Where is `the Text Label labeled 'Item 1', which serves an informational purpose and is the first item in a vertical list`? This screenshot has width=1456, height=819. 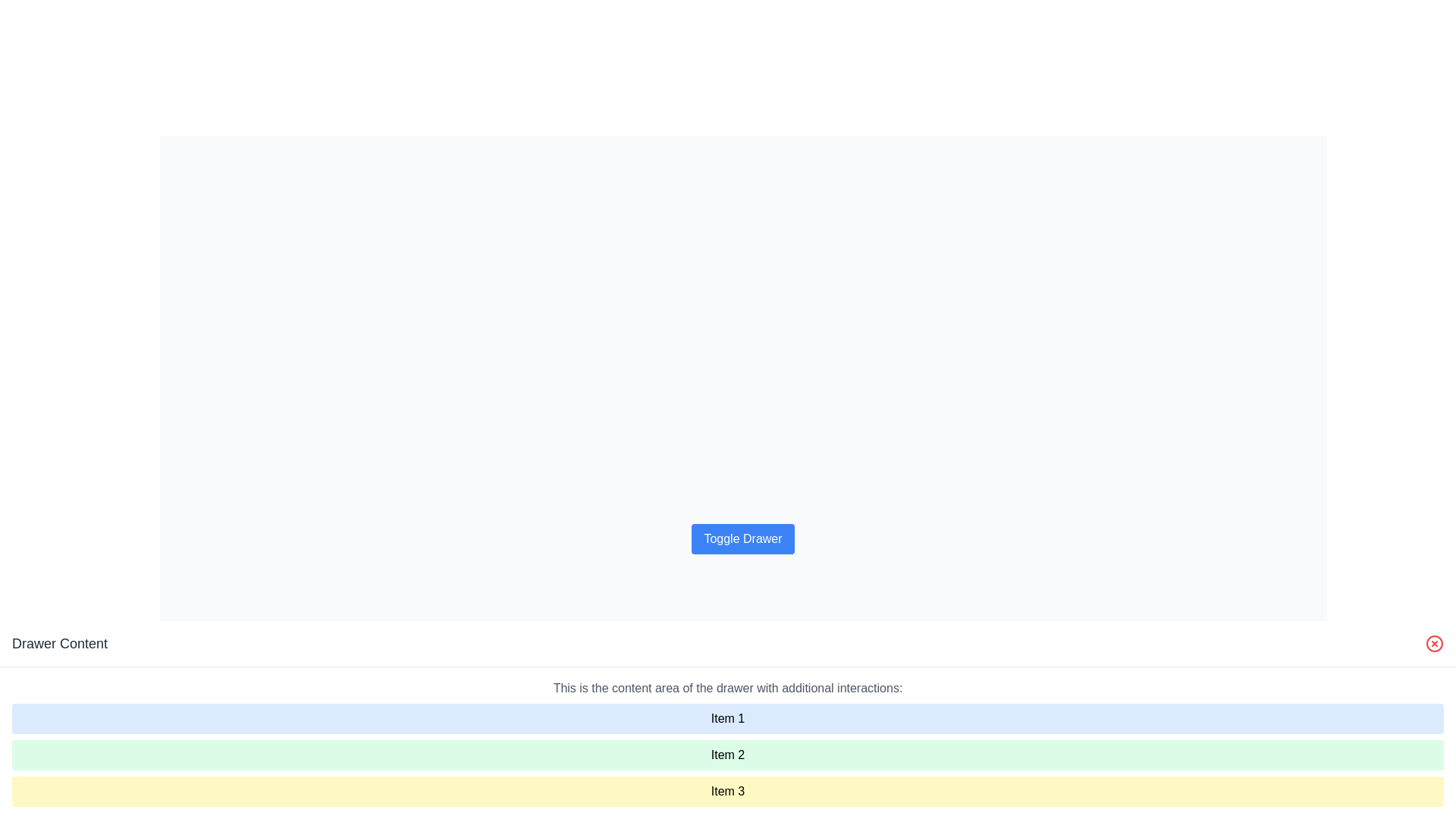
the Text Label labeled 'Item 1', which serves an informational purpose and is the first item in a vertical list is located at coordinates (728, 718).